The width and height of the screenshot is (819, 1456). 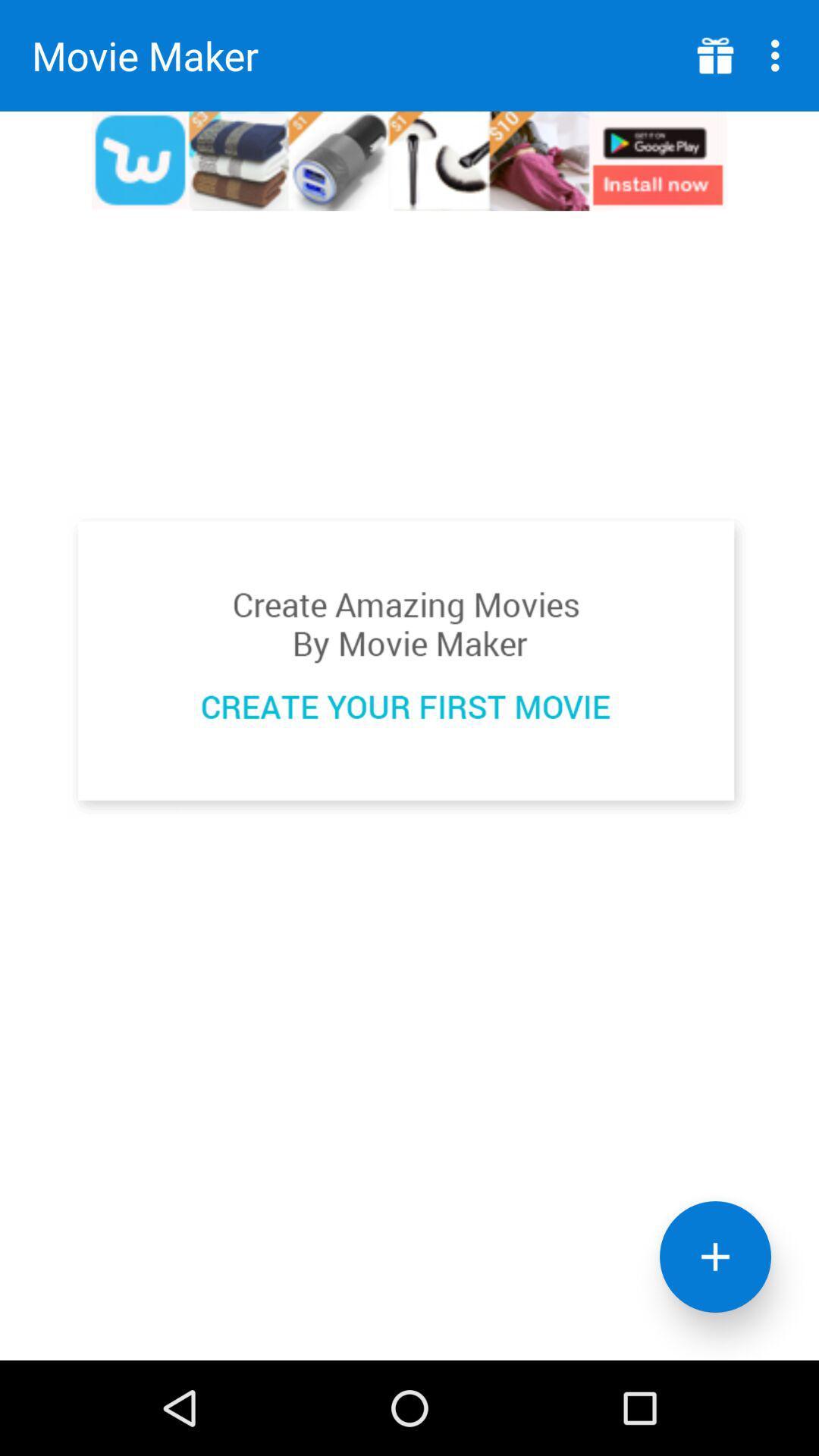 What do you see at coordinates (408, 666) in the screenshot?
I see `a movie` at bounding box center [408, 666].